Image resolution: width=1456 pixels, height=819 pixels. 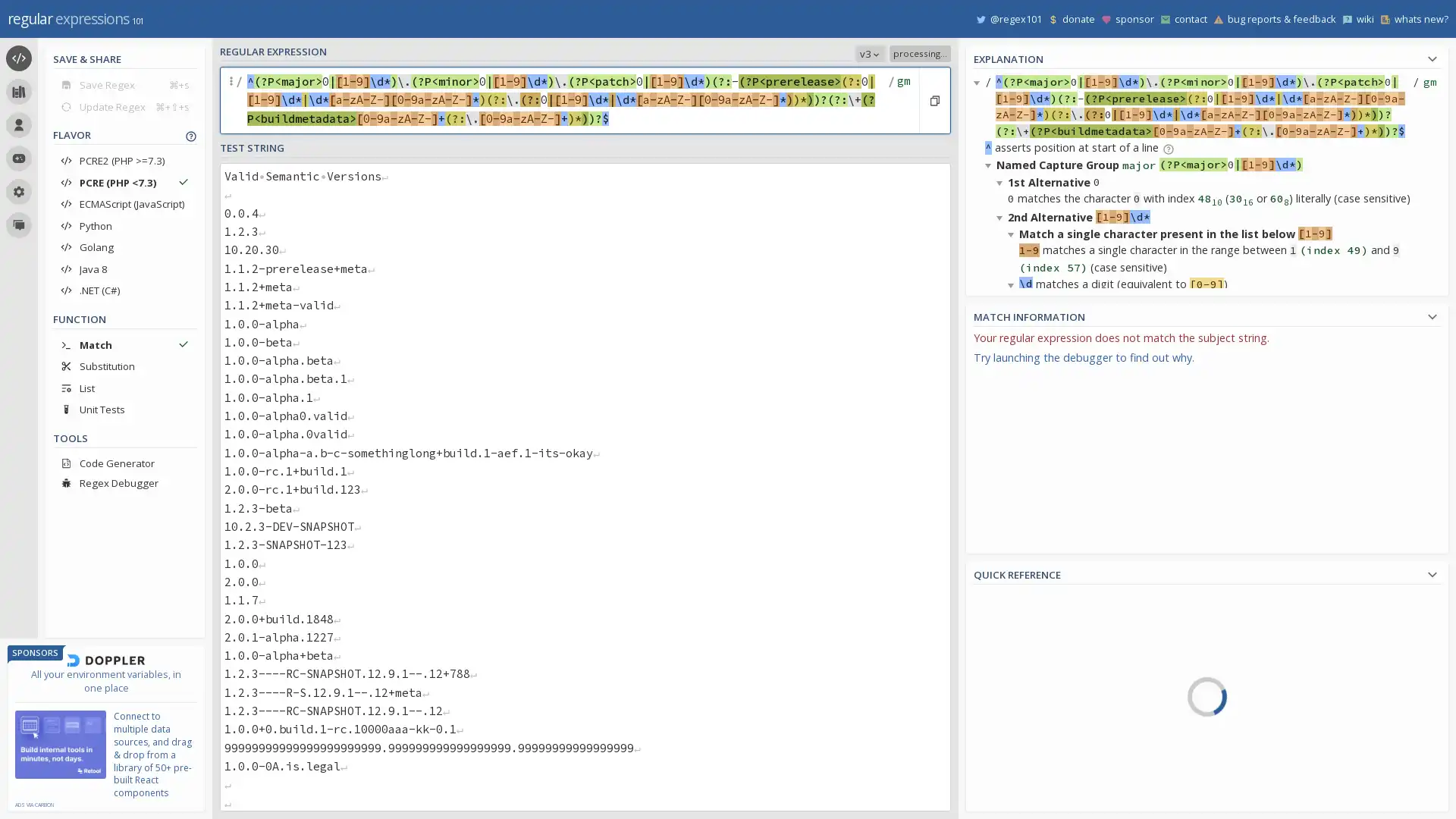 I want to click on Group patch, so click(x=1014, y=432).